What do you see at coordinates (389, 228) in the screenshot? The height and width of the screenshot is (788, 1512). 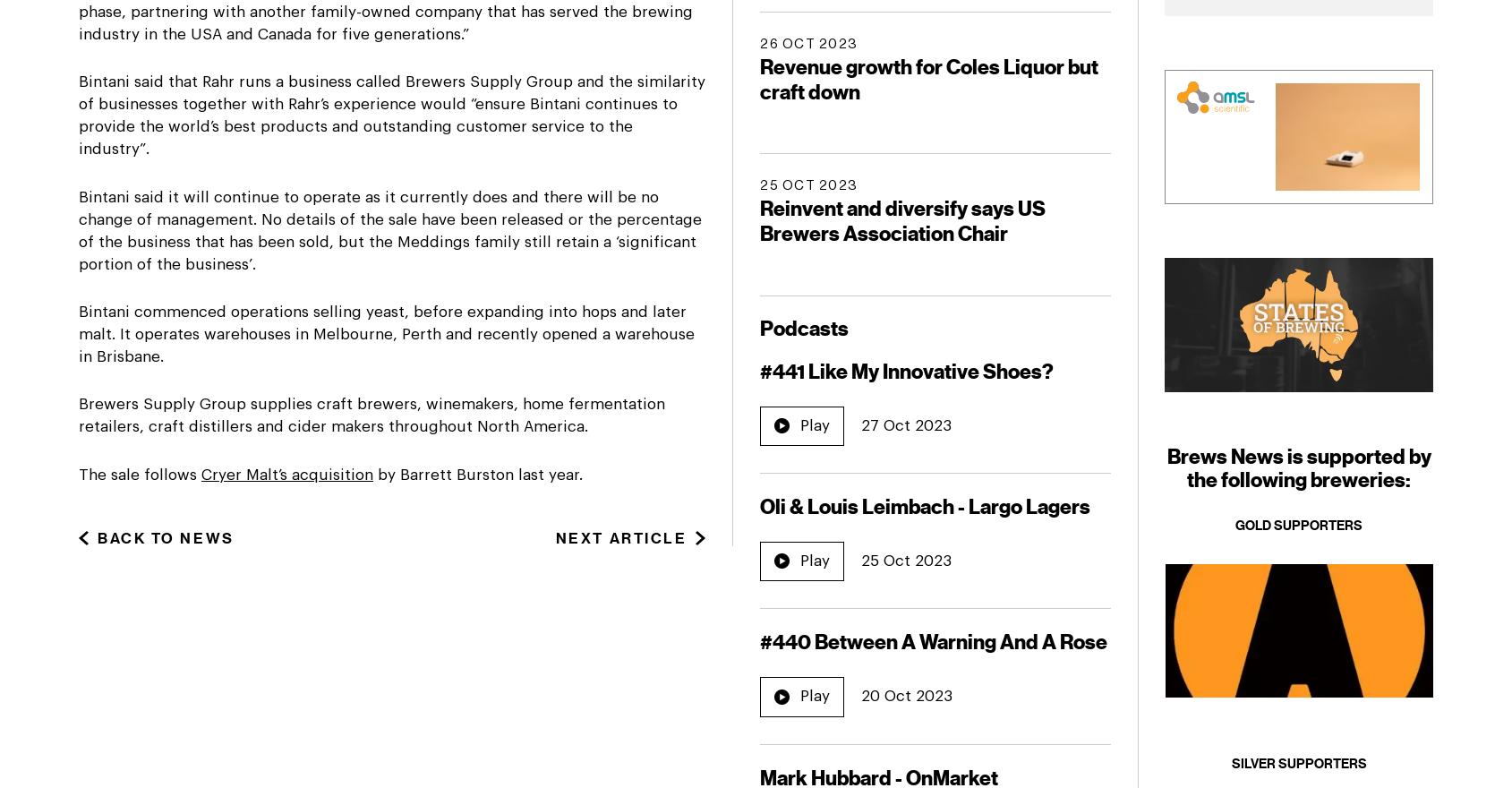 I see `'Bintani said it will continue to operate as it currently does and there will be no change of management. No details of the sale have been released or the percentage of the business that has been sold, but the Meddings family still retain a ‘significant portion of the business’.'` at bounding box center [389, 228].